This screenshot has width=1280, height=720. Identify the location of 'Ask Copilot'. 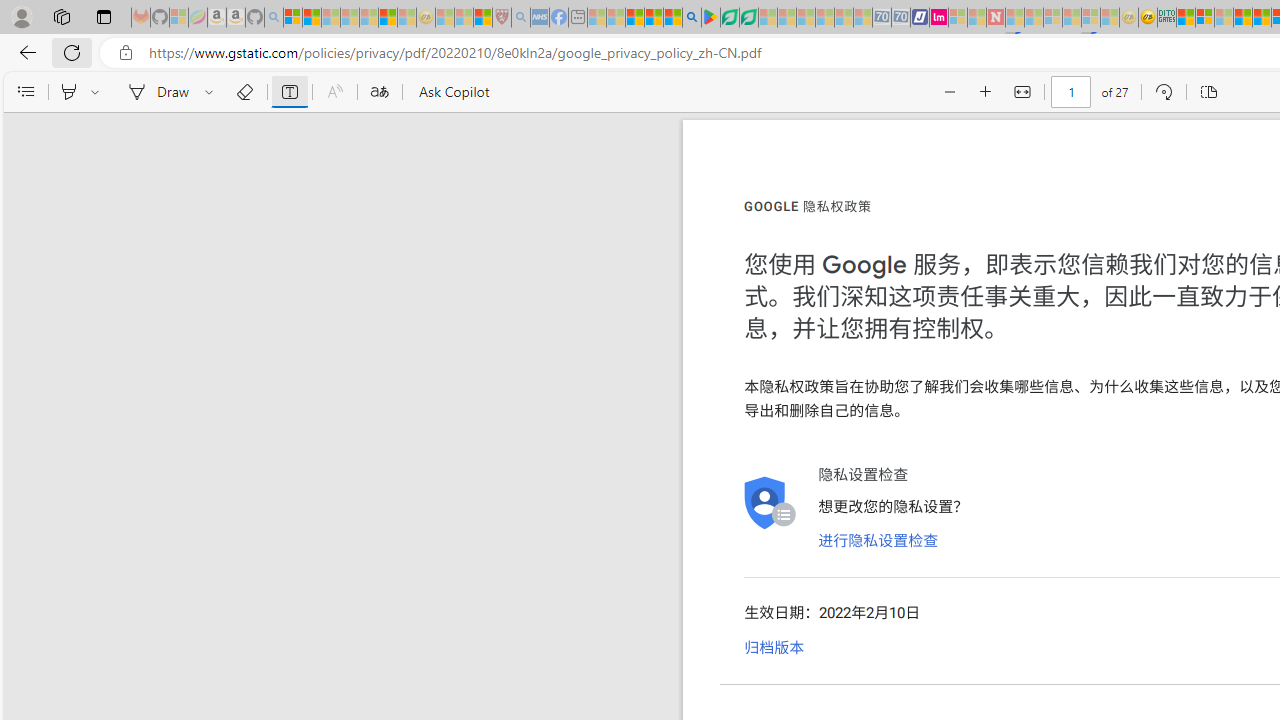
(452, 92).